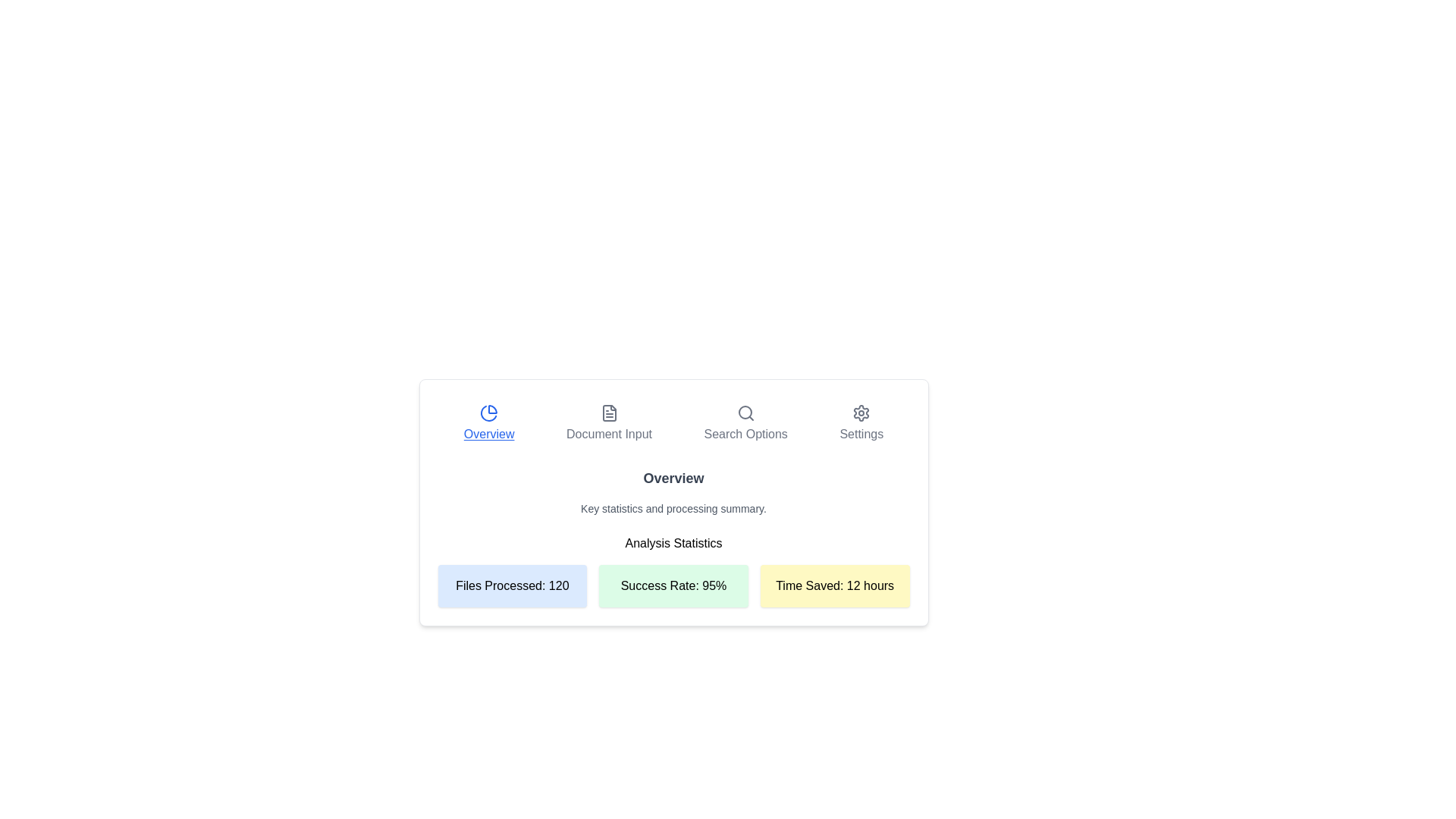 The height and width of the screenshot is (819, 1456). I want to click on the informational display label that shows the success rate percentage (95%) located in the middle card below the 'Analysis Statistics' heading, so click(673, 585).